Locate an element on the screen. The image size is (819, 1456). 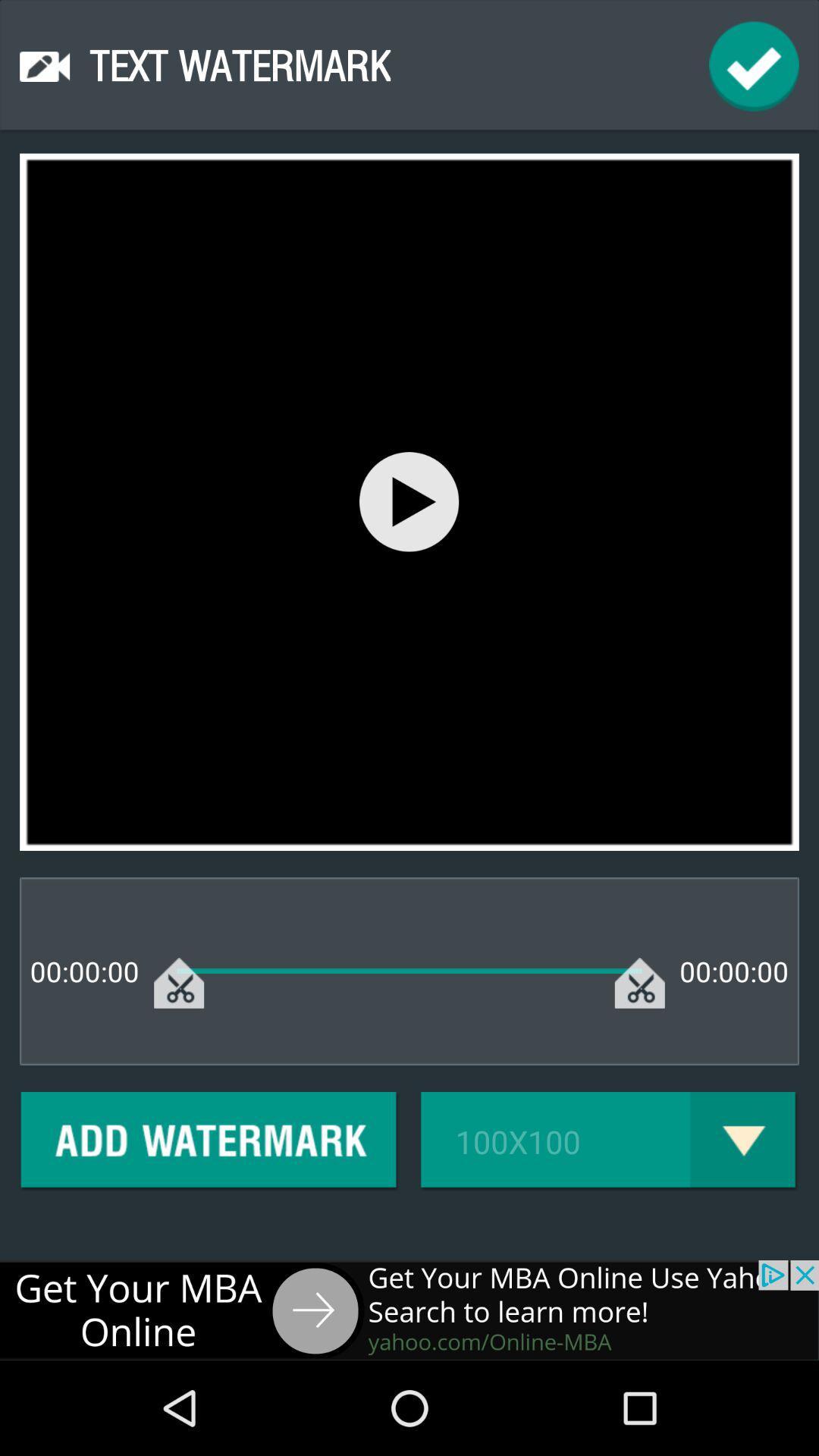
watermark is located at coordinates (209, 1141).